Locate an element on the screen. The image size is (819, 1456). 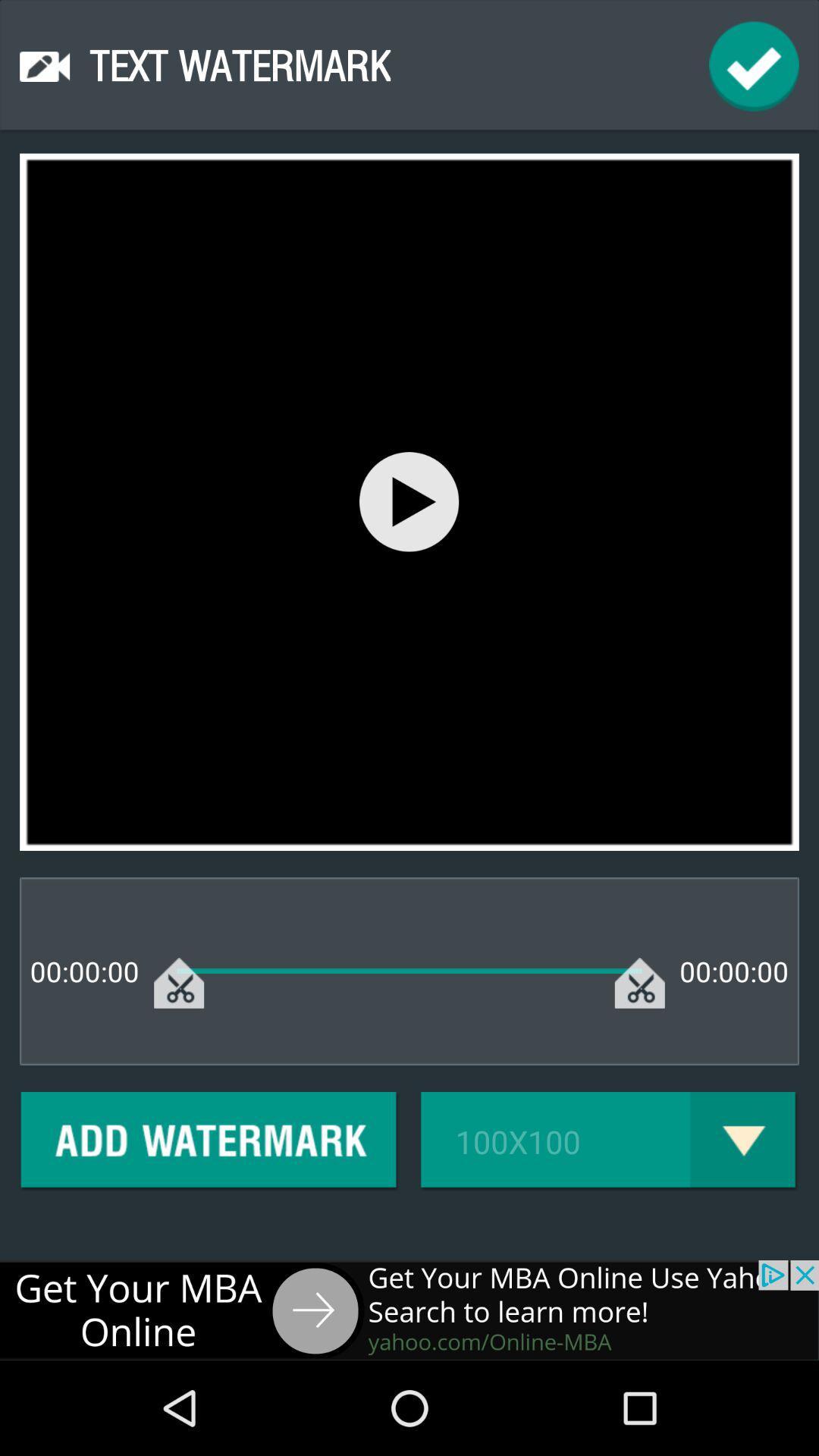
watermark is located at coordinates (209, 1141).